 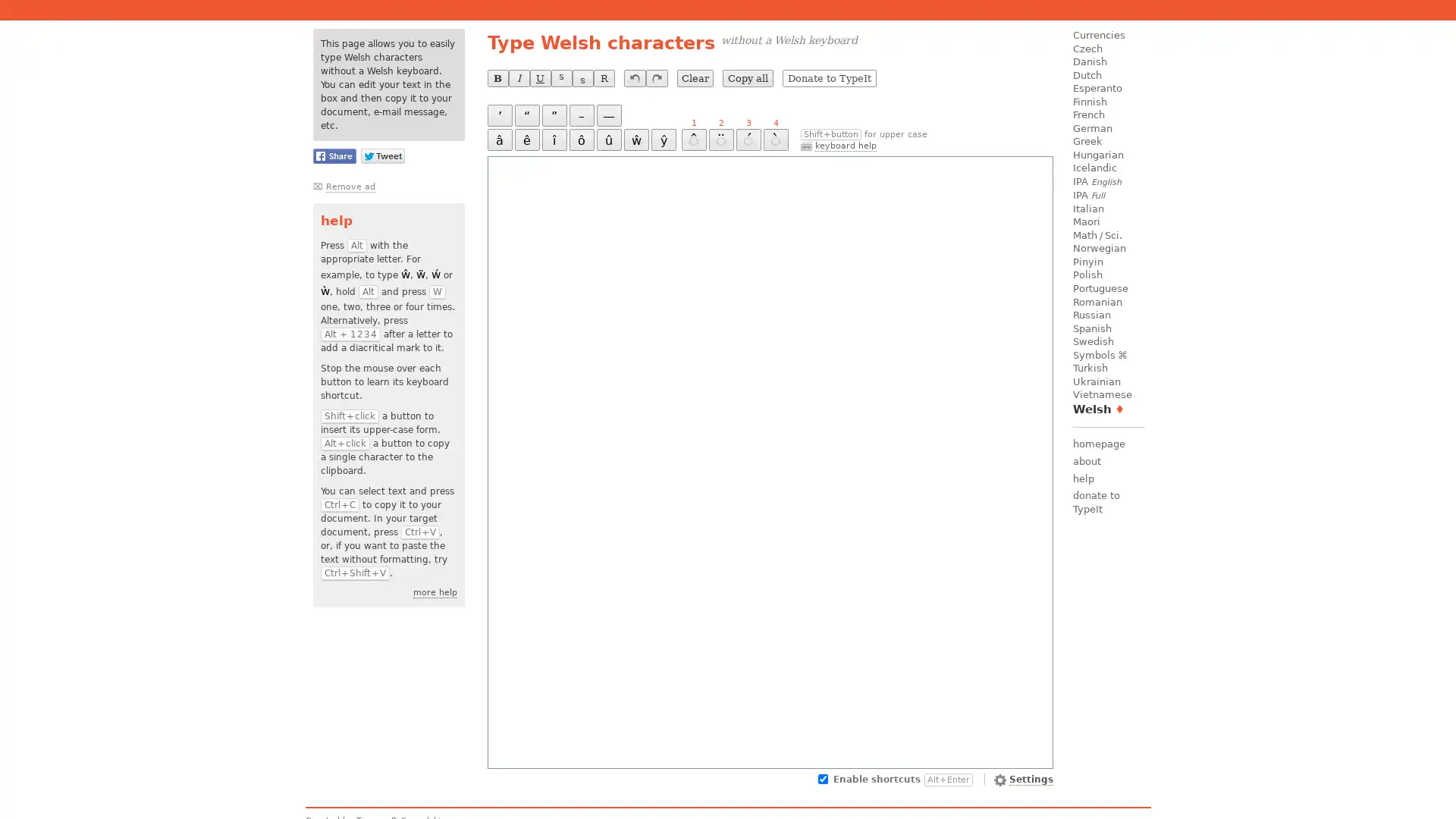 What do you see at coordinates (608, 140) in the screenshot?
I see `u` at bounding box center [608, 140].